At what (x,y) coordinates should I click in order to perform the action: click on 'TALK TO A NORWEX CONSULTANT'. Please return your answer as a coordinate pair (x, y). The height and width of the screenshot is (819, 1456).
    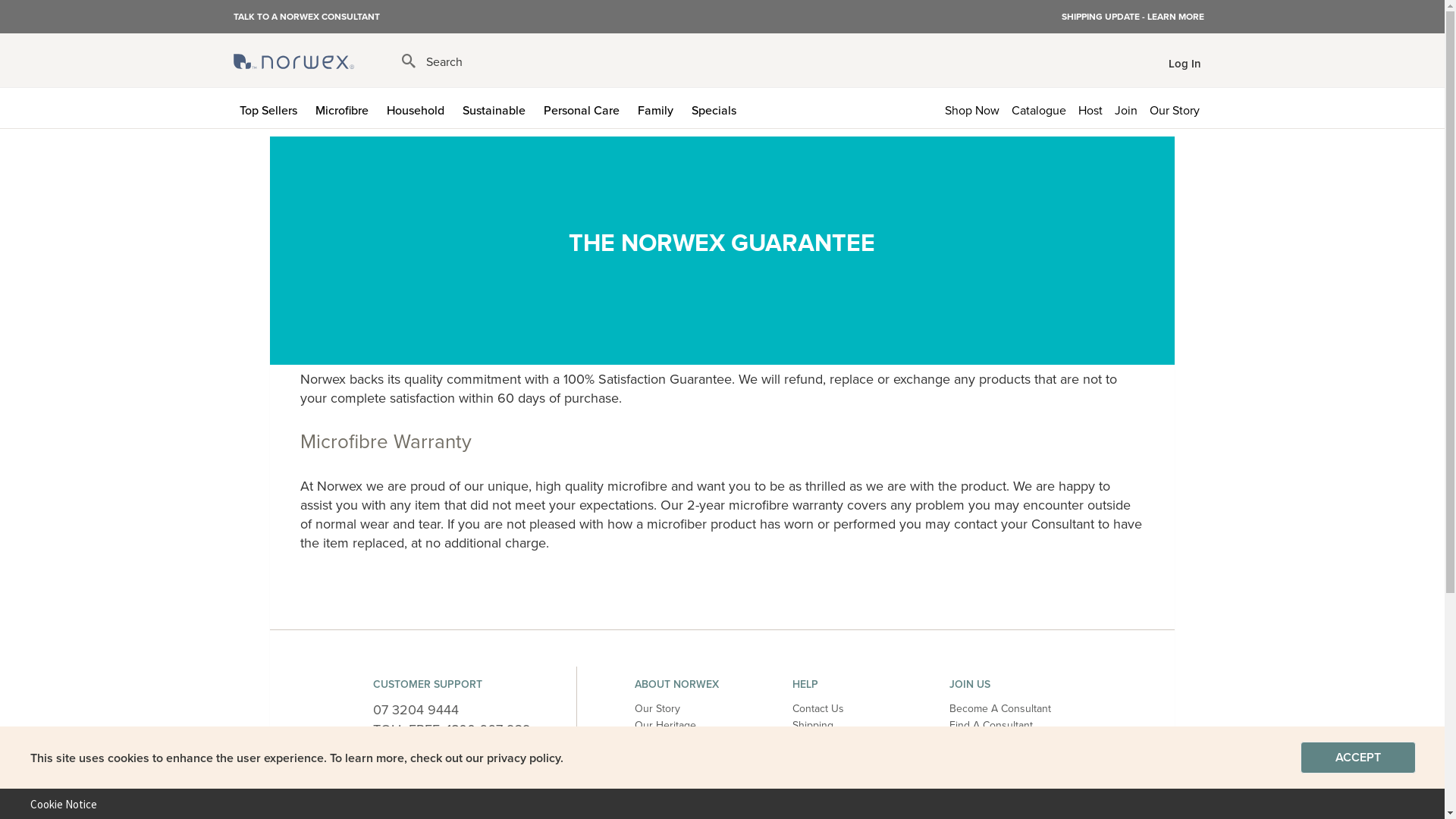
    Looking at the image, I should click on (306, 15).